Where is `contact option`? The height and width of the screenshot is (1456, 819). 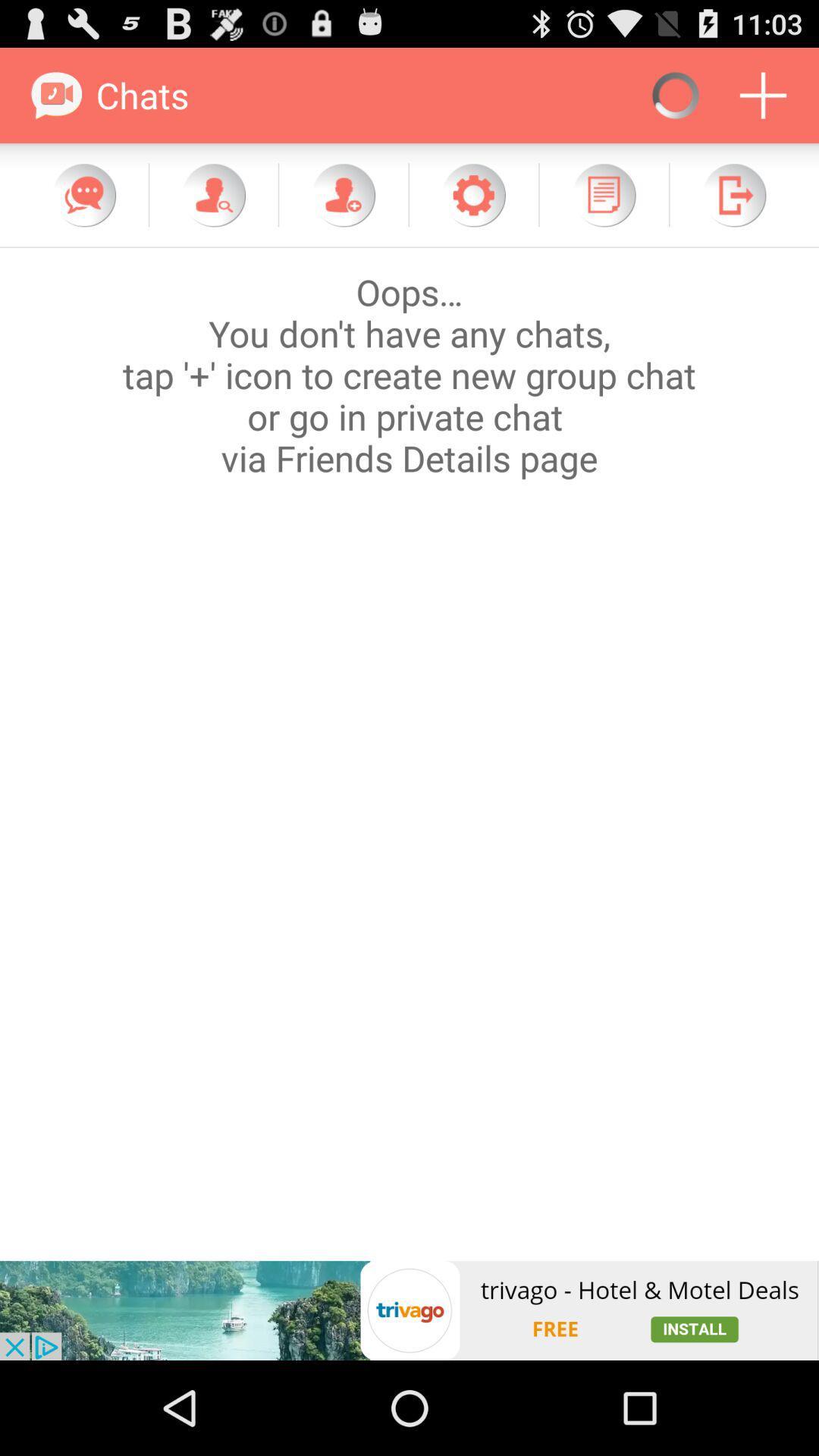 contact option is located at coordinates (213, 194).